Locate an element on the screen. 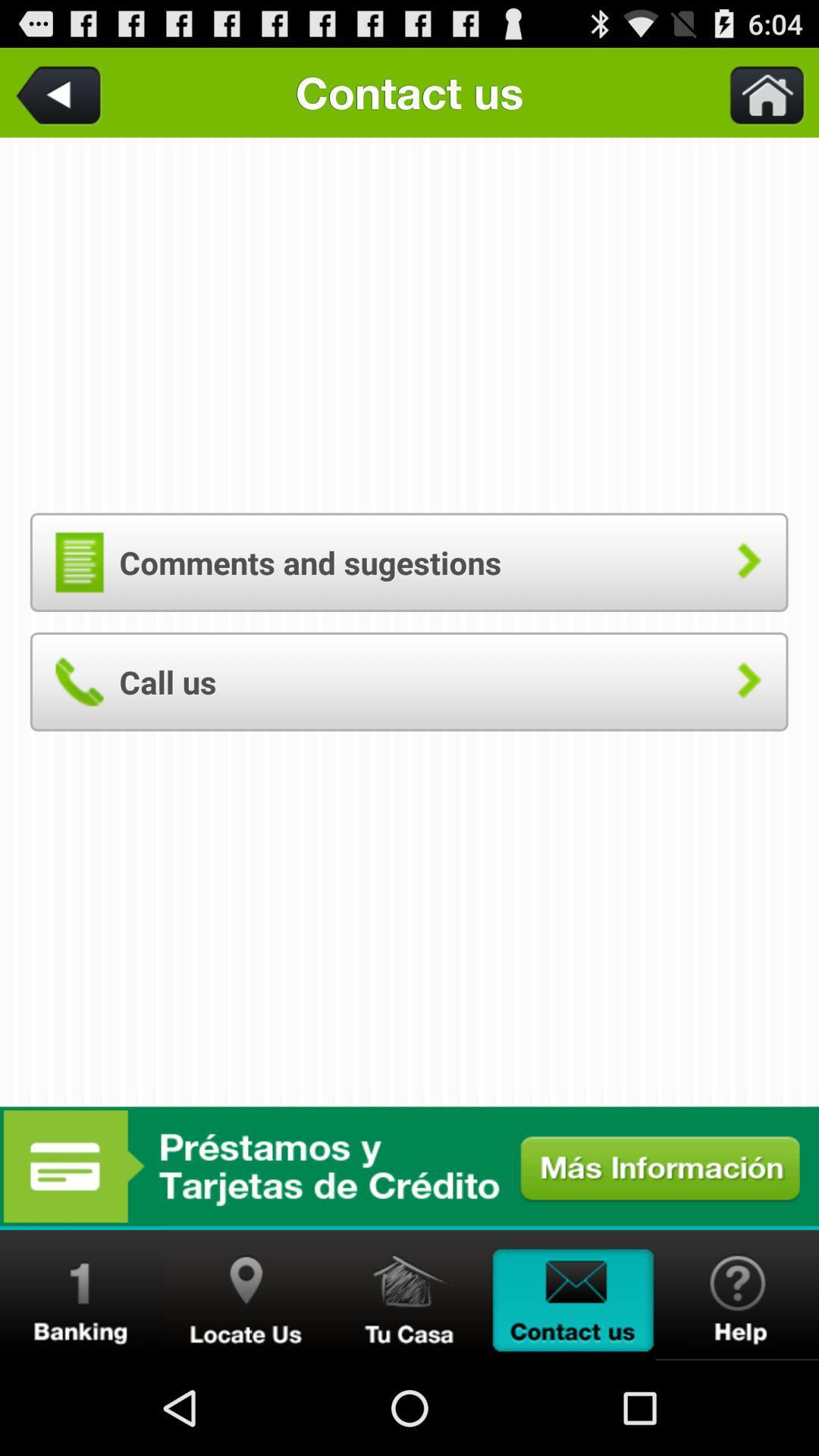 Image resolution: width=819 pixels, height=1456 pixels. icon below call us item is located at coordinates (409, 1166).